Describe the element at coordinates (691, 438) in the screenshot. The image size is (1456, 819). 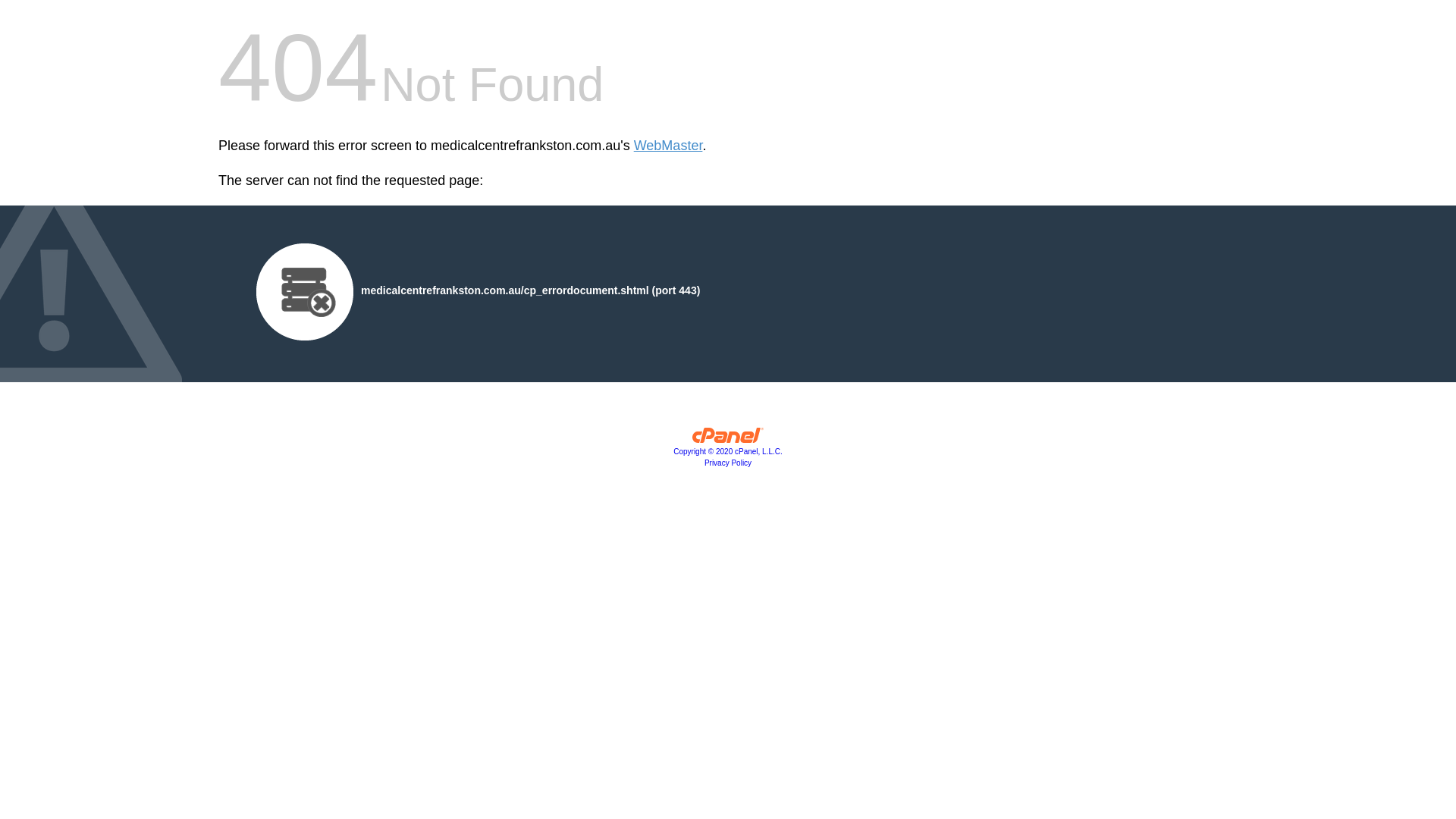
I see `'cPanel, Inc.'` at that location.